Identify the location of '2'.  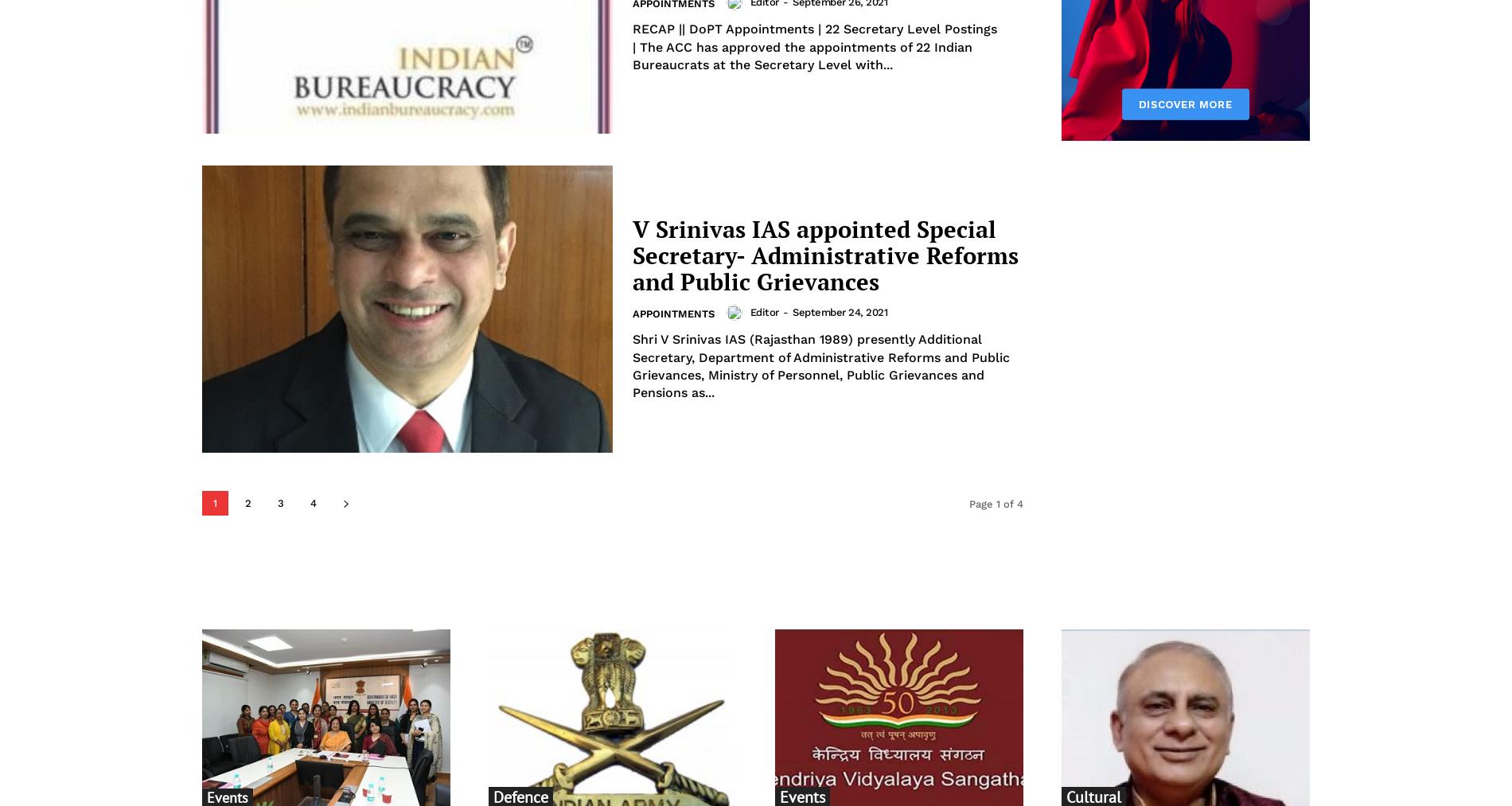
(247, 502).